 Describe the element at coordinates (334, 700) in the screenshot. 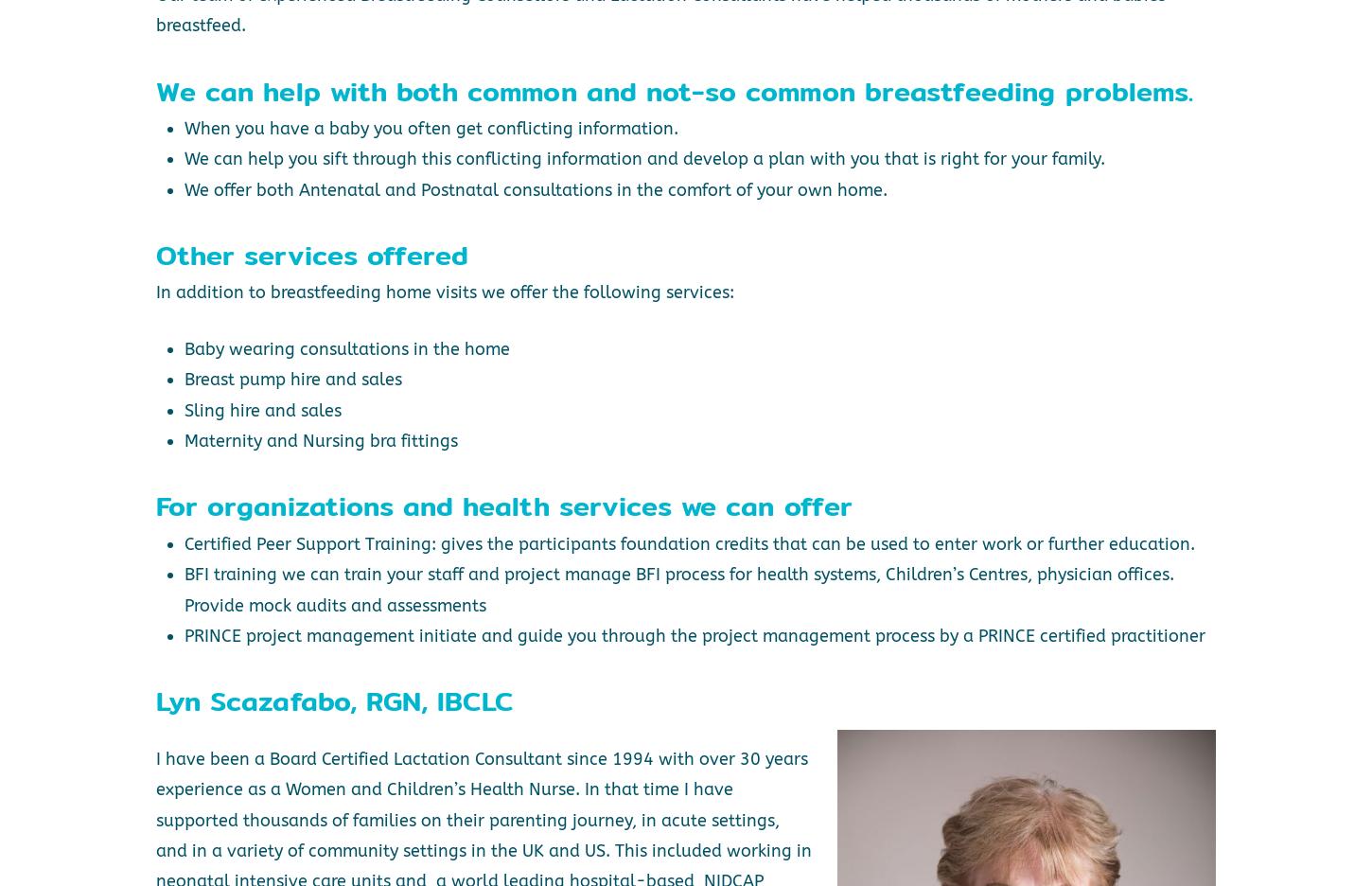

I see `'Lyn Scazafabo, RGN, IBCLC'` at that location.